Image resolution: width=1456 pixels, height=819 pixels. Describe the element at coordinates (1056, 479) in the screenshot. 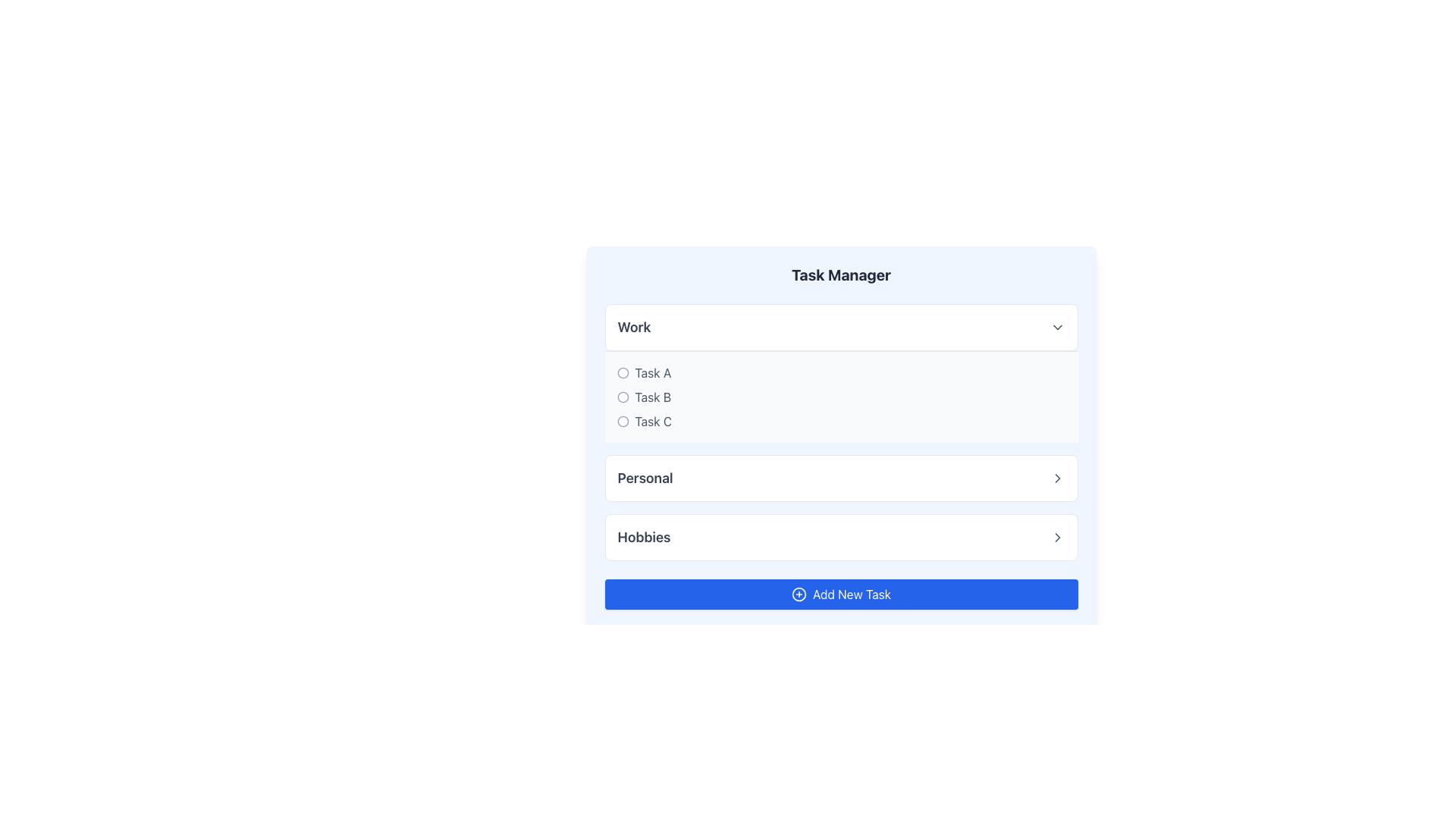

I see `the Chevron SVG icon, which indicates an expandable or collapsible section, located right of the 'Personal' label` at that location.